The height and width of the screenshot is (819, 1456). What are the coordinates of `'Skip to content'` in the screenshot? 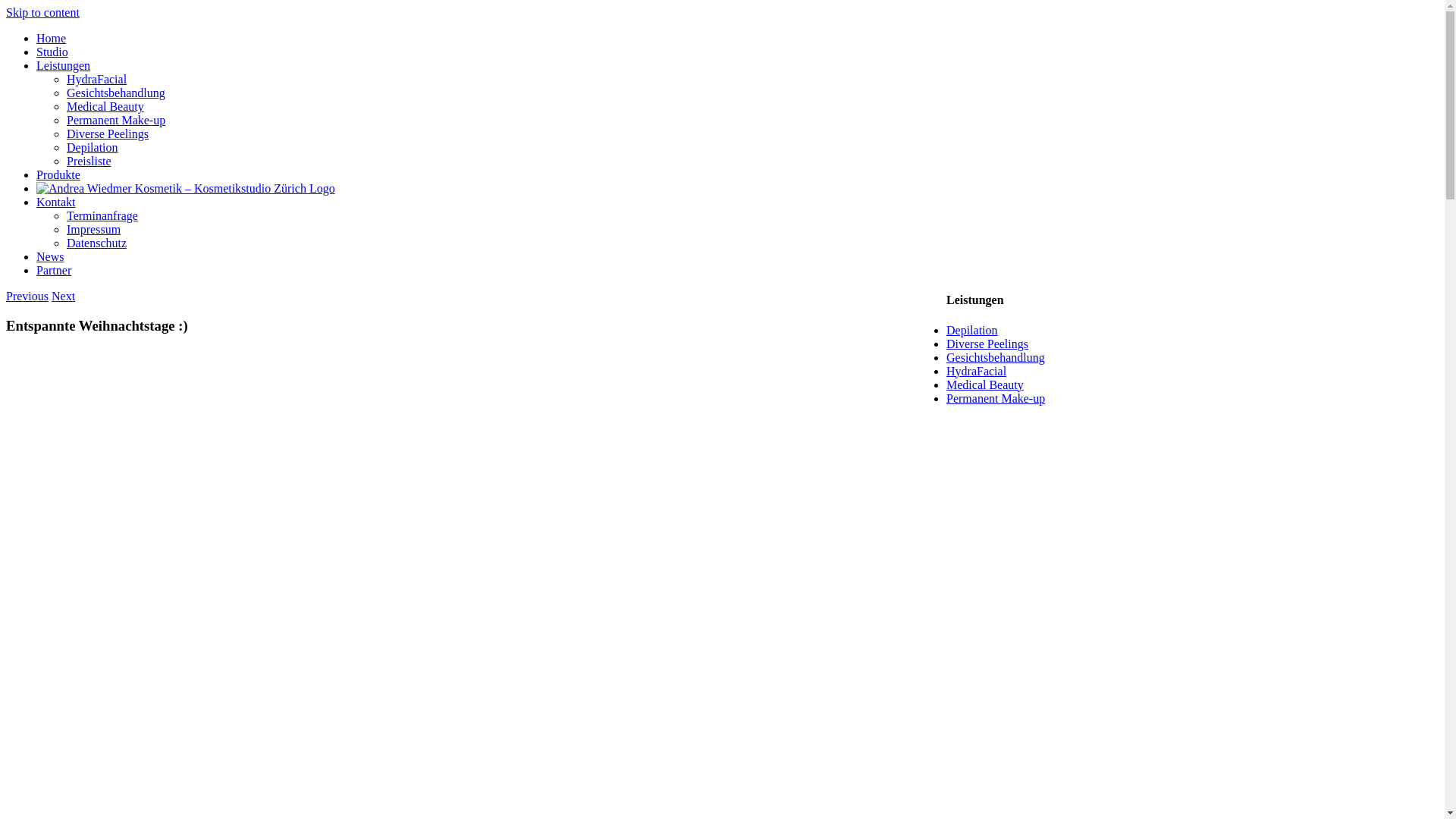 It's located at (42, 12).